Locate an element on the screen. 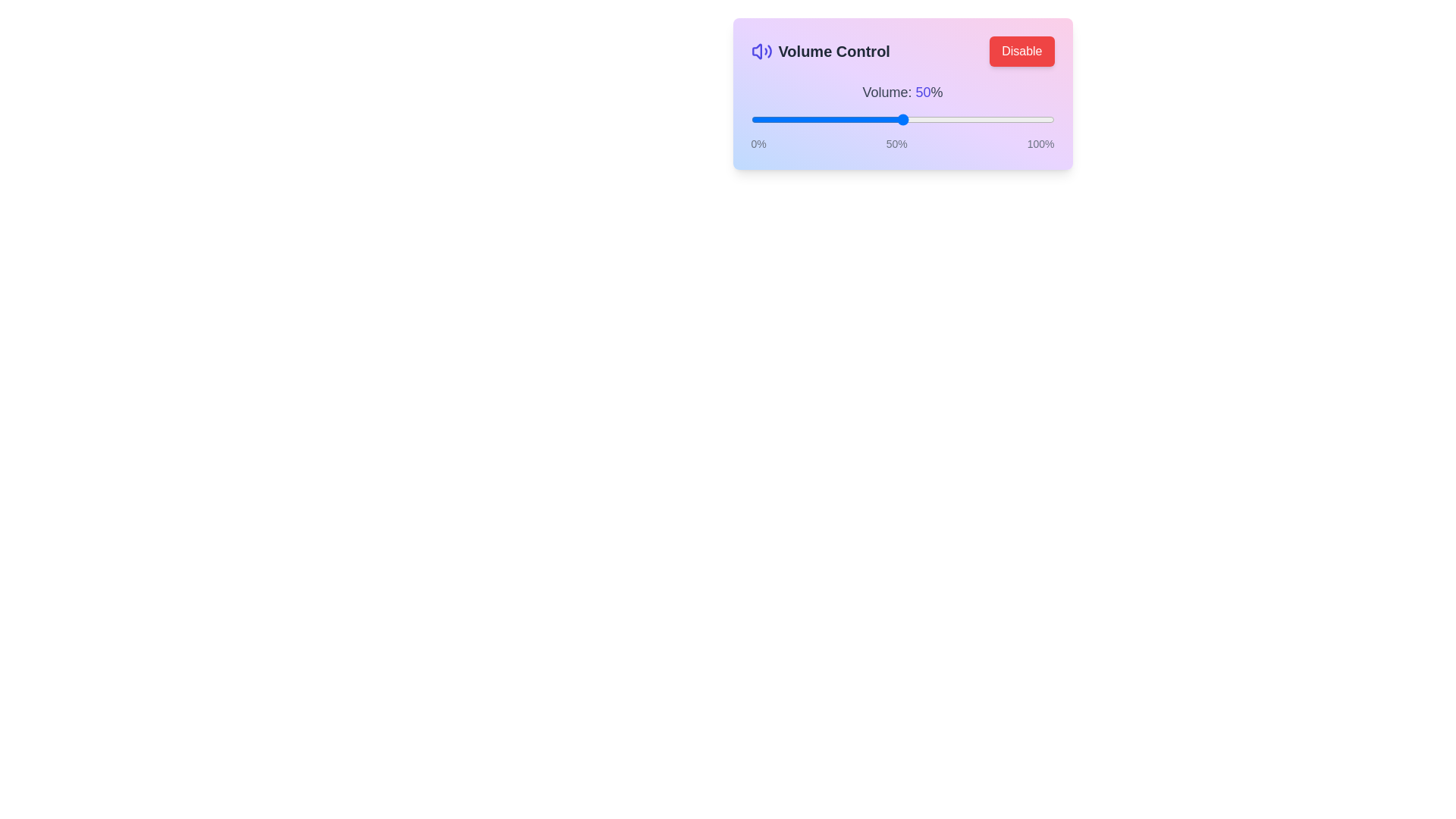  the text label displaying '50%' that is centrally aligned beneath the horizontal slider, positioned between '0%' and '100%' is located at coordinates (896, 143).